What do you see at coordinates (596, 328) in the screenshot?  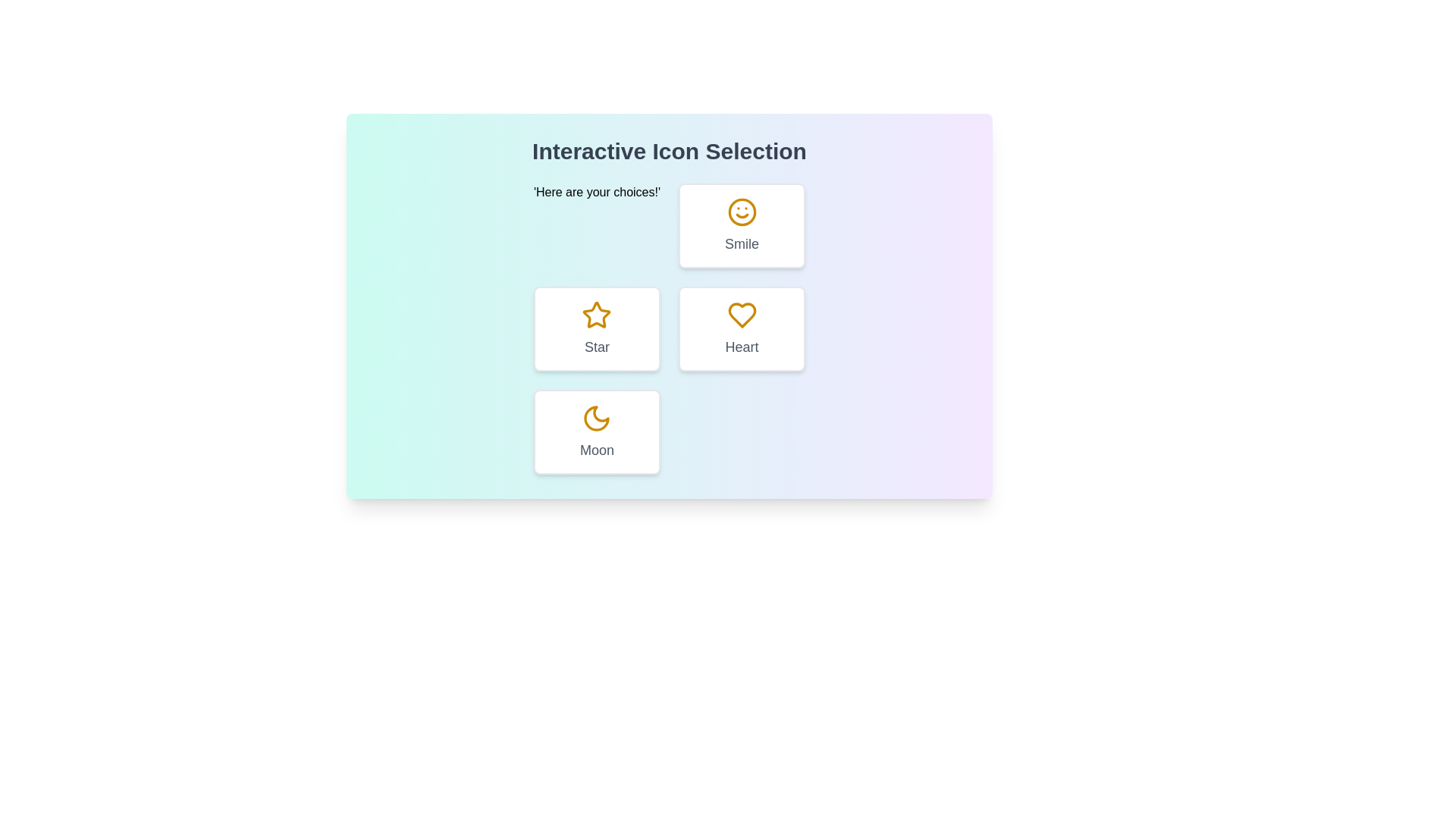 I see `the interactive card that is the second item in the left column under the 'Here are your choices!' section to trigger hover effects` at bounding box center [596, 328].